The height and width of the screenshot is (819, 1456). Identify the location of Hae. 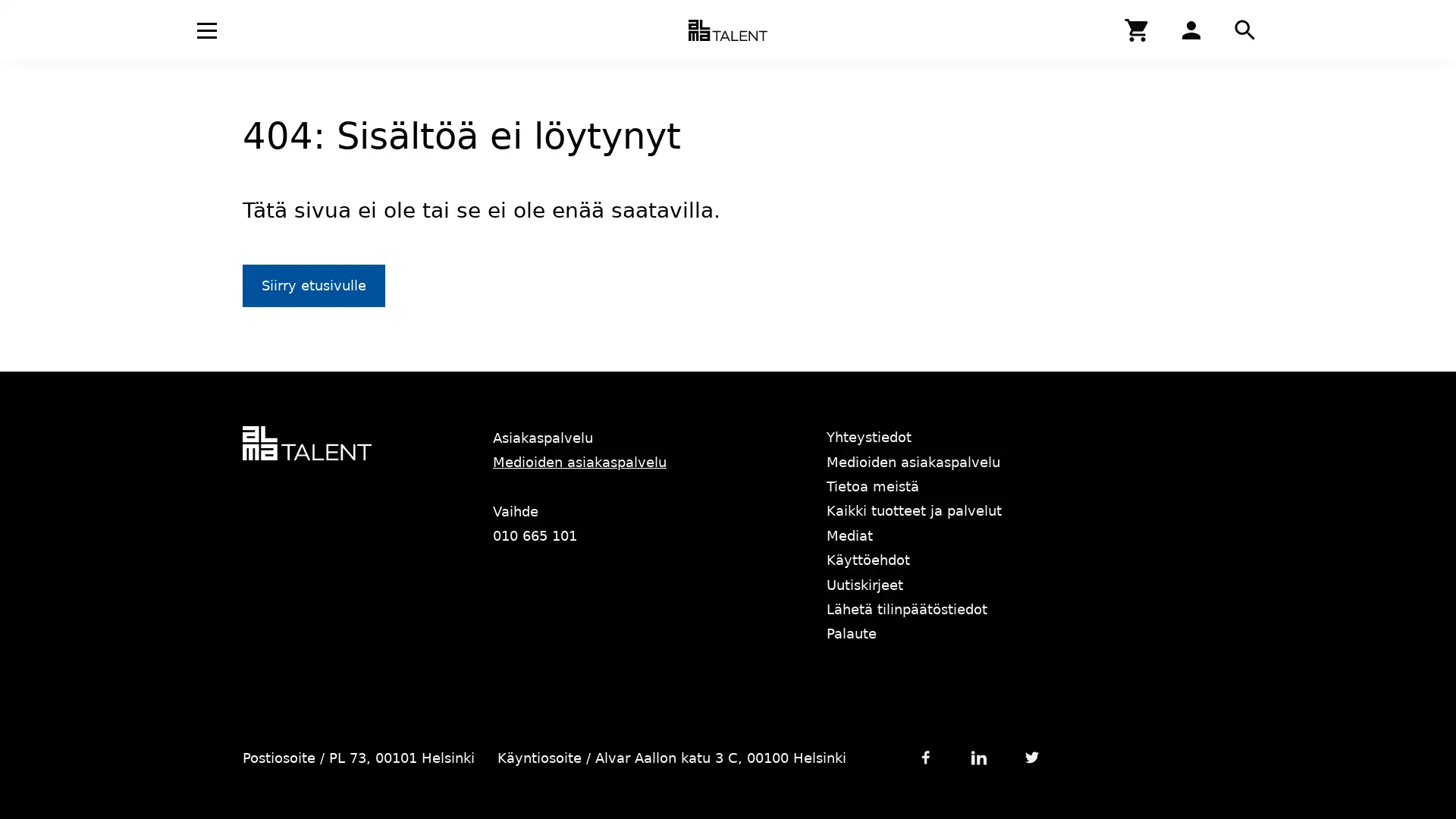
(1244, 30).